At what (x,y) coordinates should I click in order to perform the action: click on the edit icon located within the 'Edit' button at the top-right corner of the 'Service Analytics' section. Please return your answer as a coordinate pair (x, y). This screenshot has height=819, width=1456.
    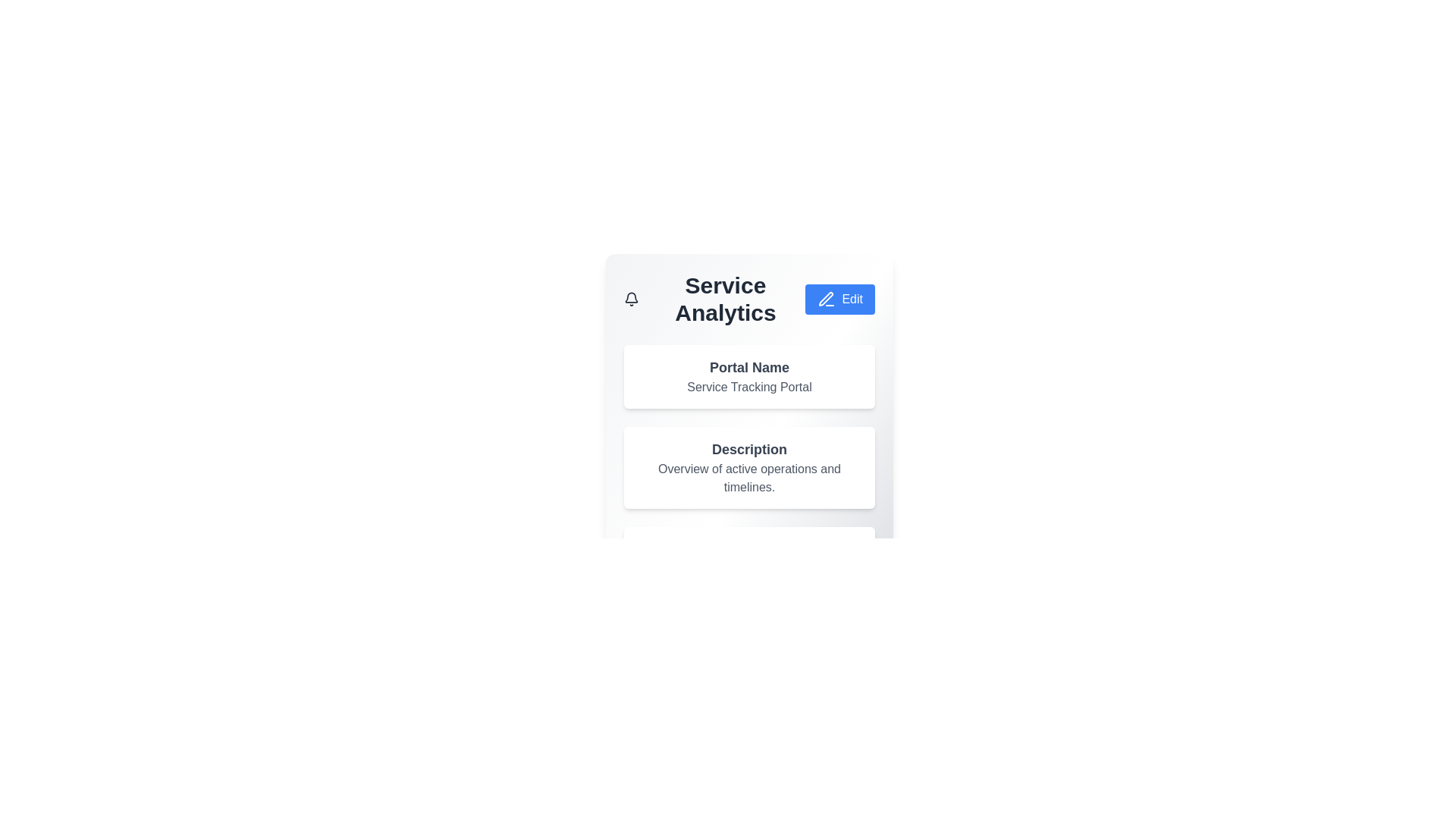
    Looking at the image, I should click on (826, 299).